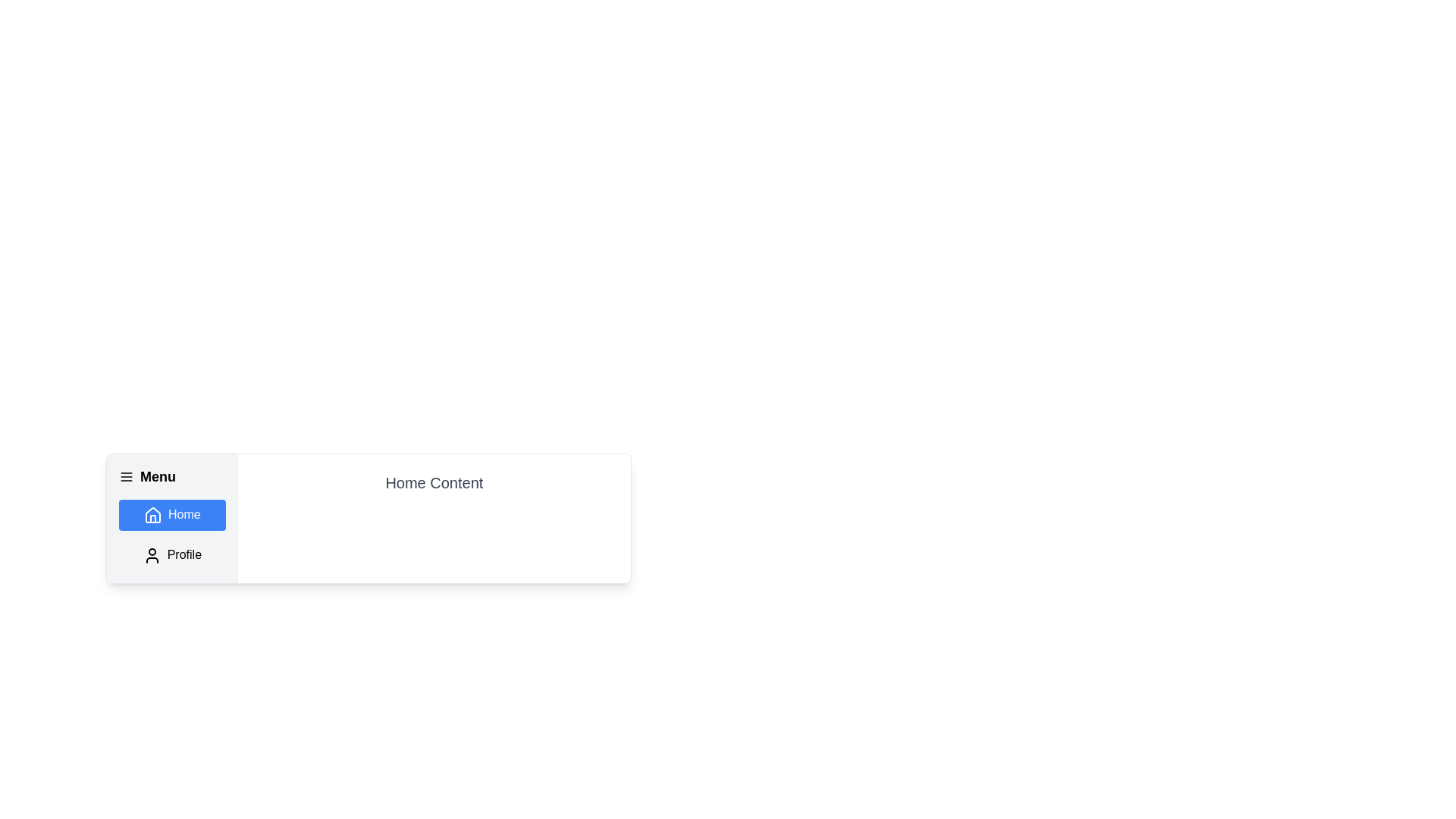 The height and width of the screenshot is (819, 1456). What do you see at coordinates (158, 475) in the screenshot?
I see `'Menu' Text Label which serves as a header indicating the Menu section` at bounding box center [158, 475].